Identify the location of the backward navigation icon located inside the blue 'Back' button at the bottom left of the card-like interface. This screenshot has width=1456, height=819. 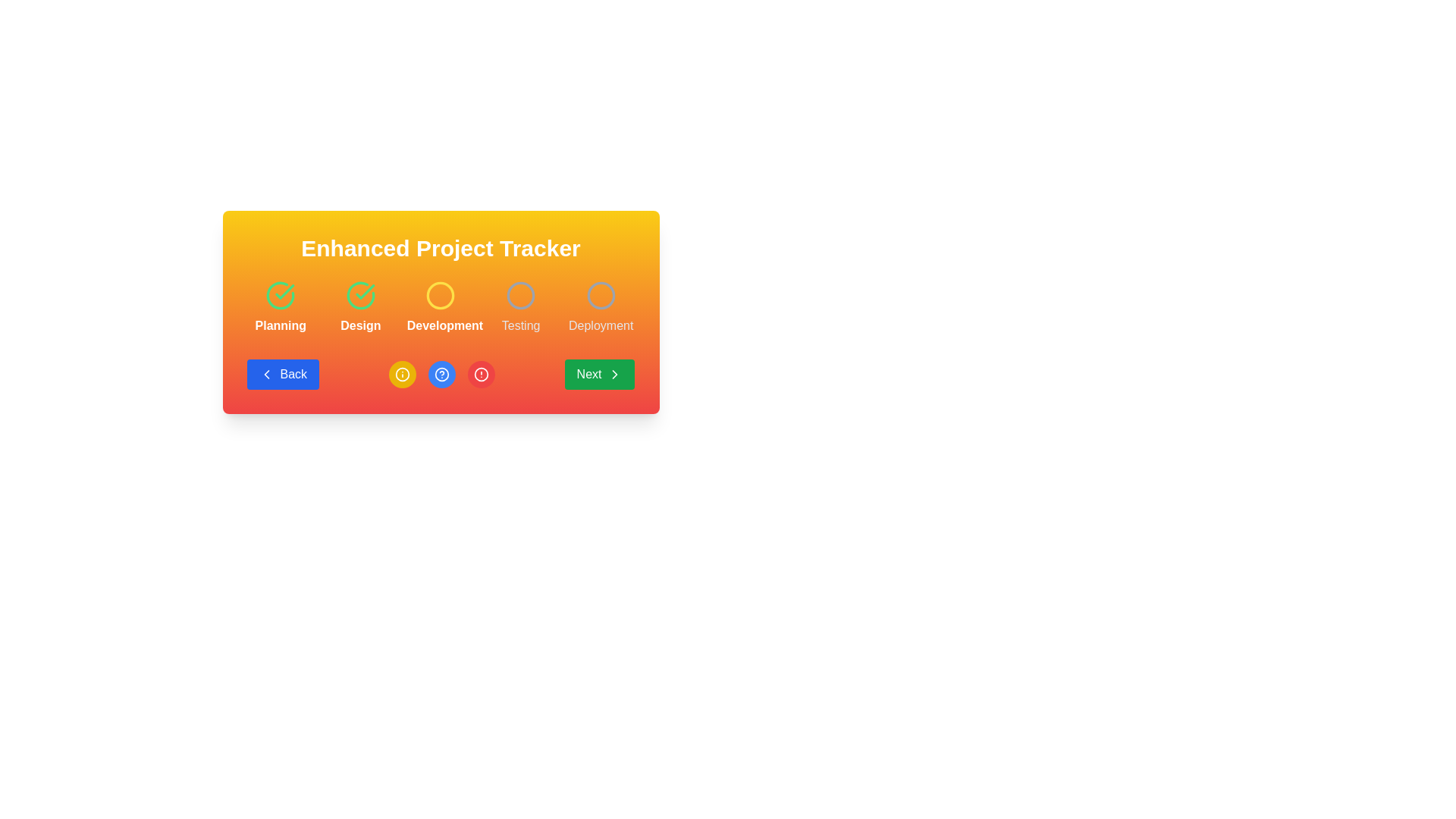
(266, 374).